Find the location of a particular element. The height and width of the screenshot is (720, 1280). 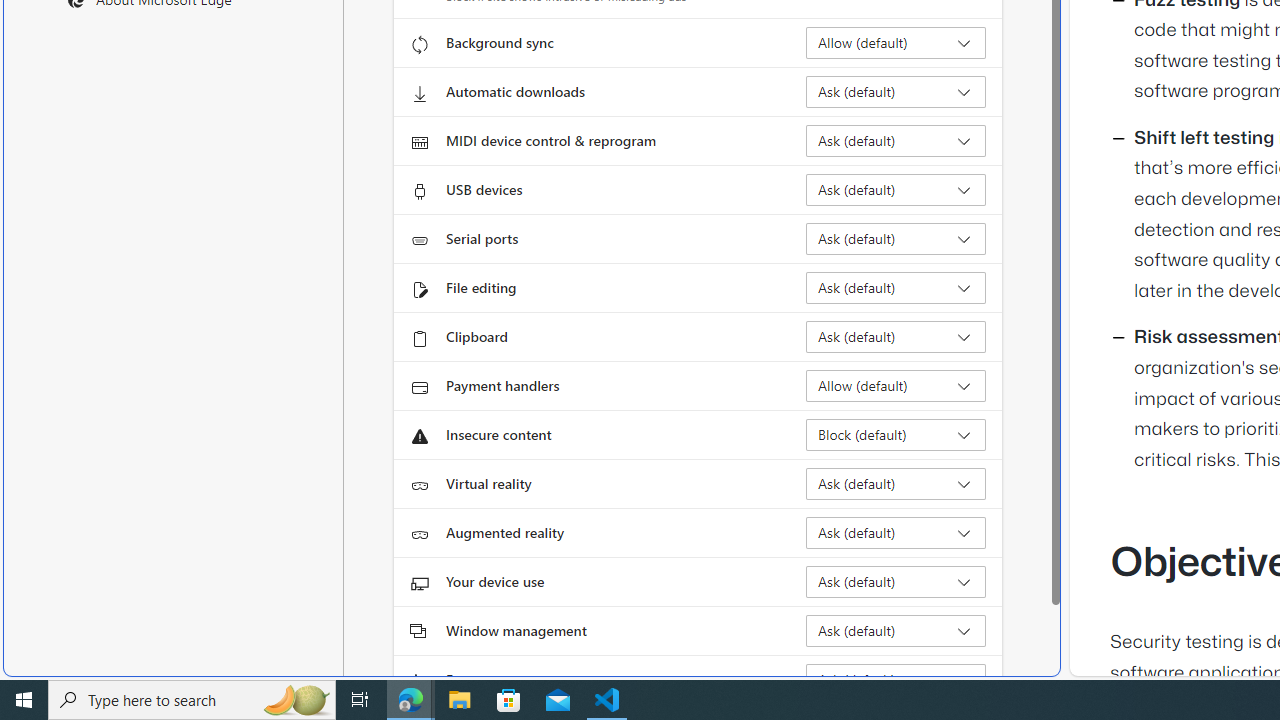

'Fonts Ask (default)' is located at coordinates (895, 679).